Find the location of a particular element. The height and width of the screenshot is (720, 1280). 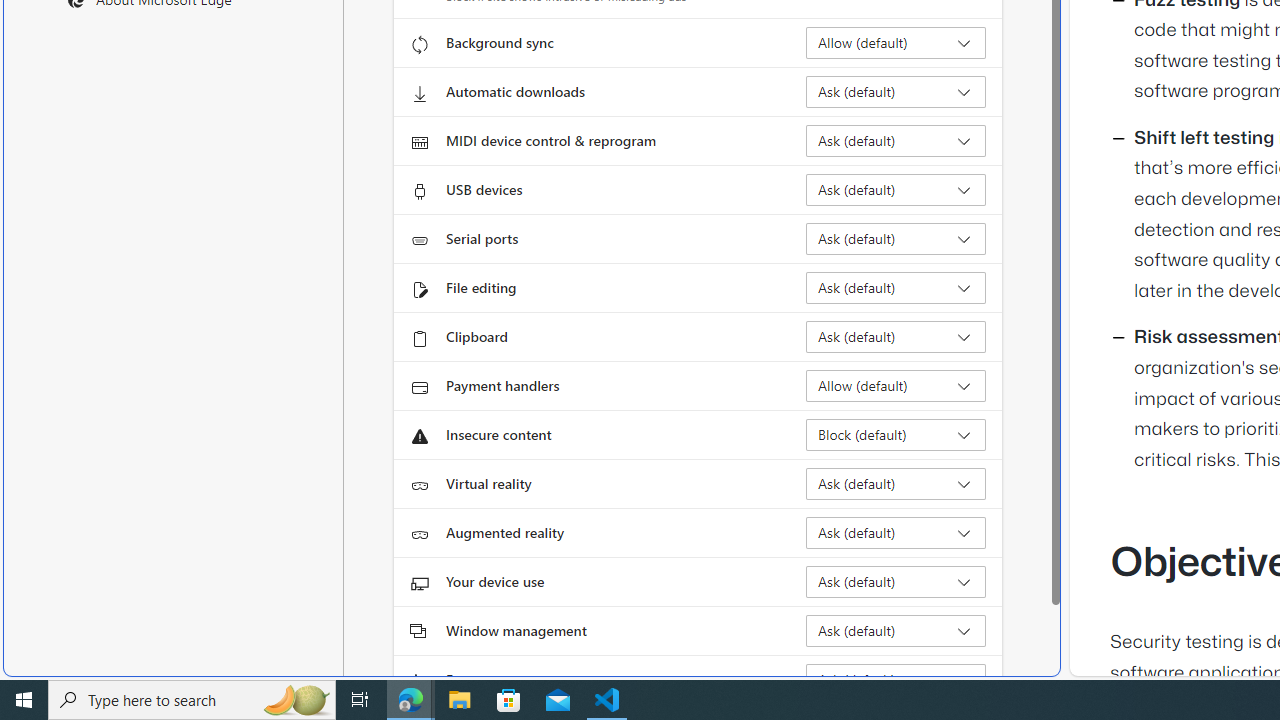

'Fonts Ask (default)' is located at coordinates (895, 679).